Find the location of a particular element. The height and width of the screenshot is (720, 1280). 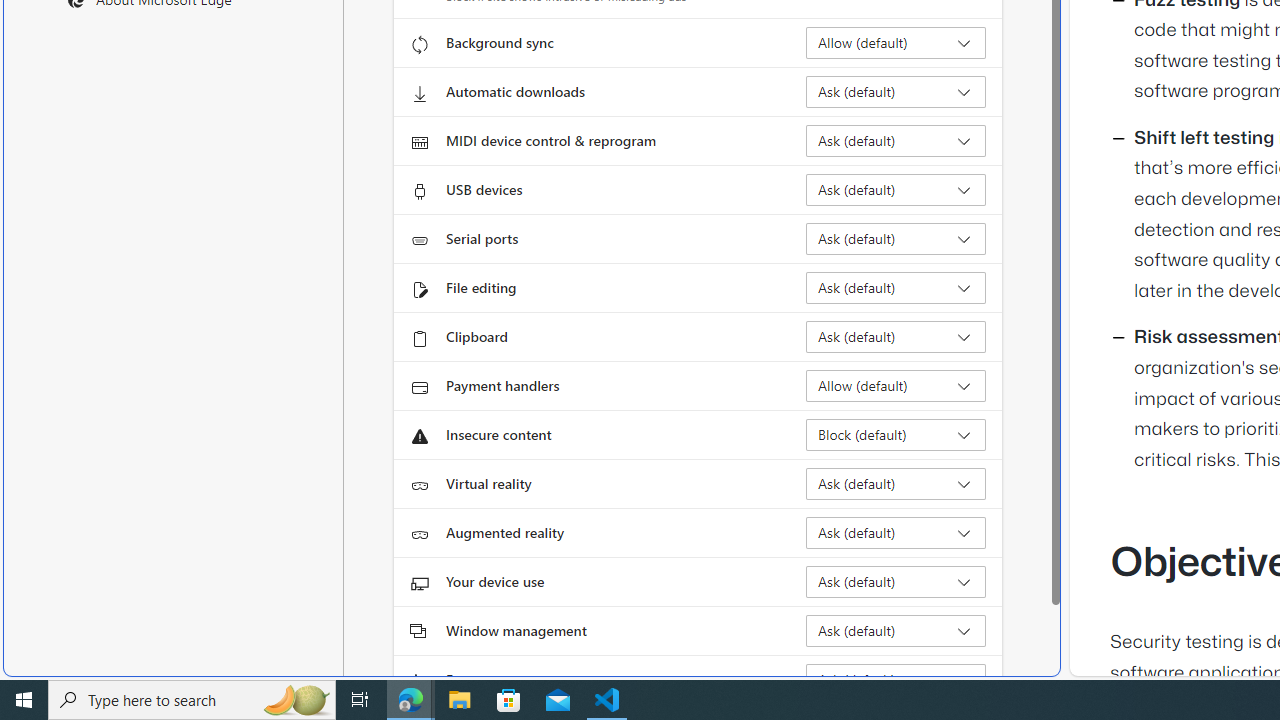

'Fonts Ask (default)' is located at coordinates (895, 679).